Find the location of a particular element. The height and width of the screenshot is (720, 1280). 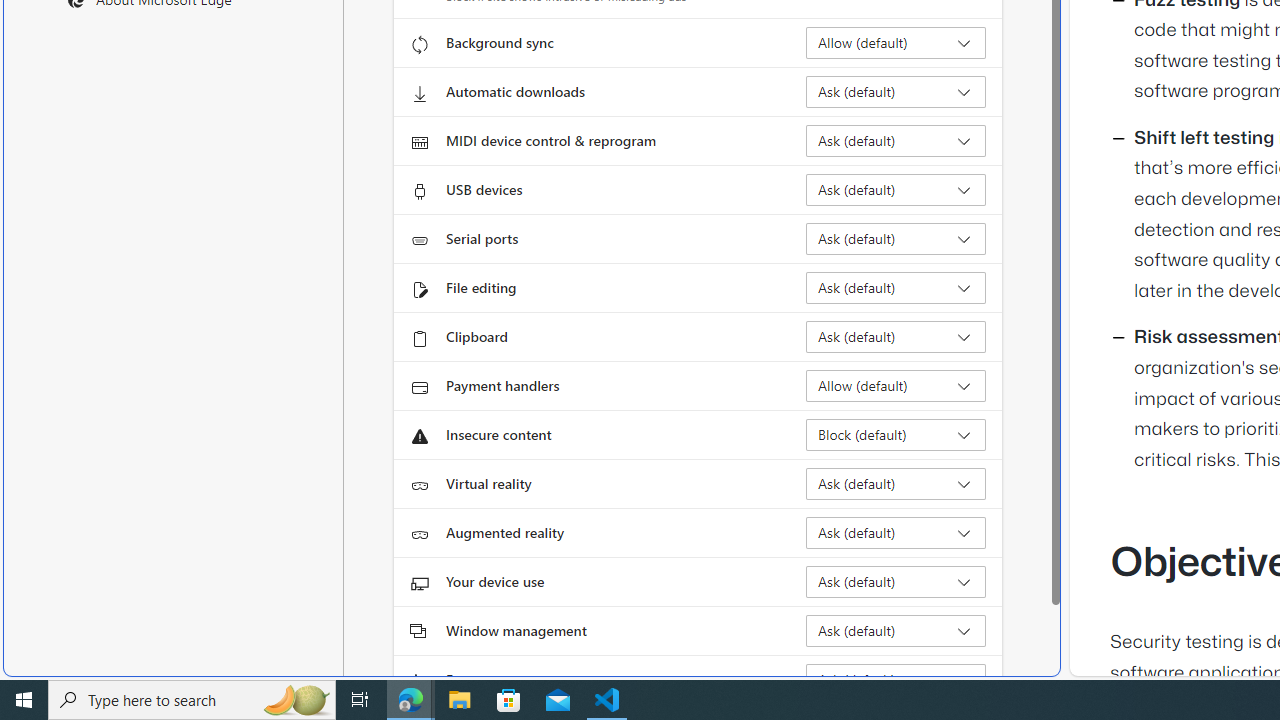

'Fonts Ask (default)' is located at coordinates (895, 679).